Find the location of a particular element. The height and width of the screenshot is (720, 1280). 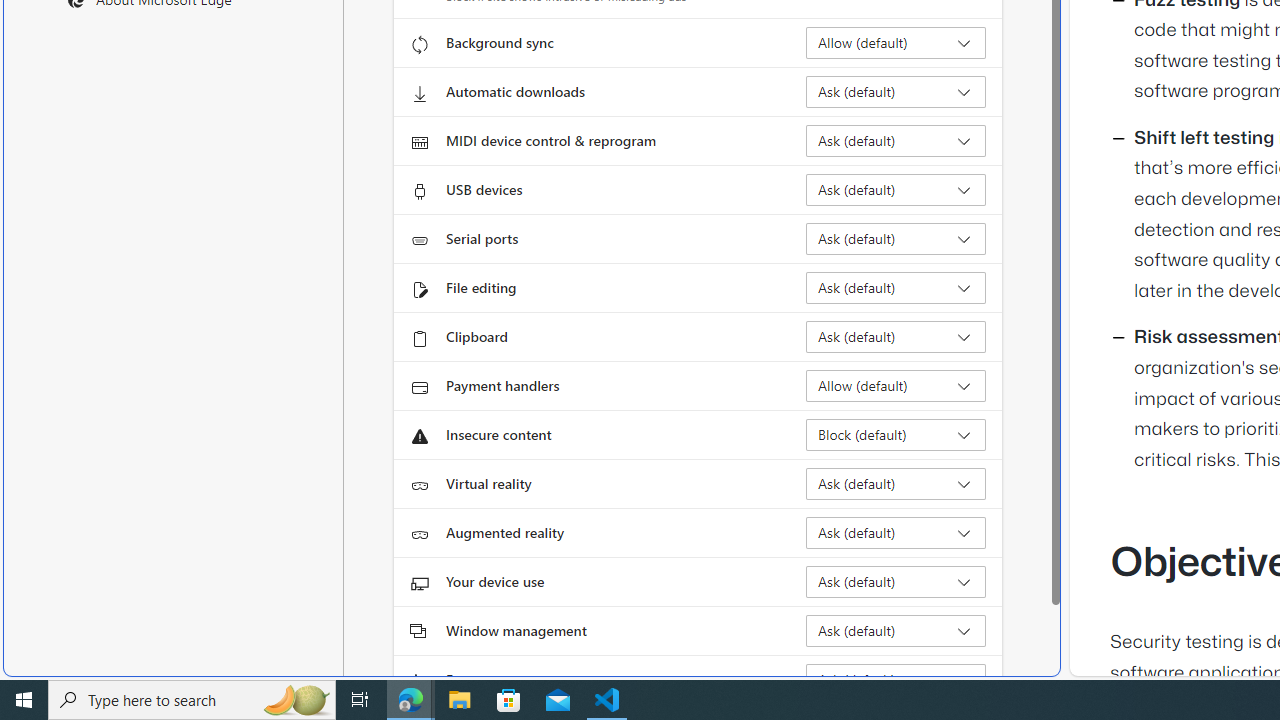

'Fonts Ask (default)' is located at coordinates (895, 679).